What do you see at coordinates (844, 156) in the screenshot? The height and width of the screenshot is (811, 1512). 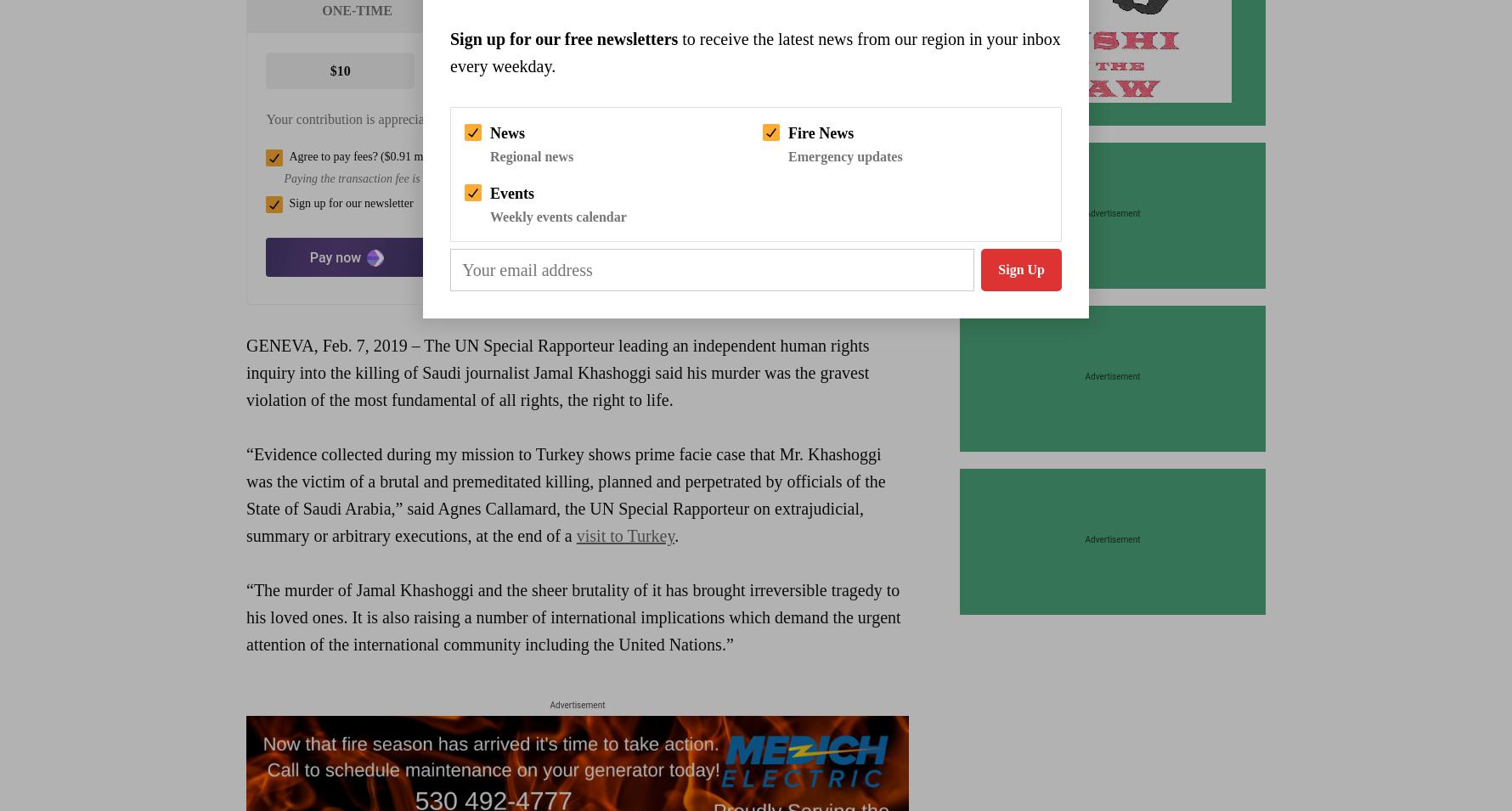 I see `'Emergency updates'` at bounding box center [844, 156].